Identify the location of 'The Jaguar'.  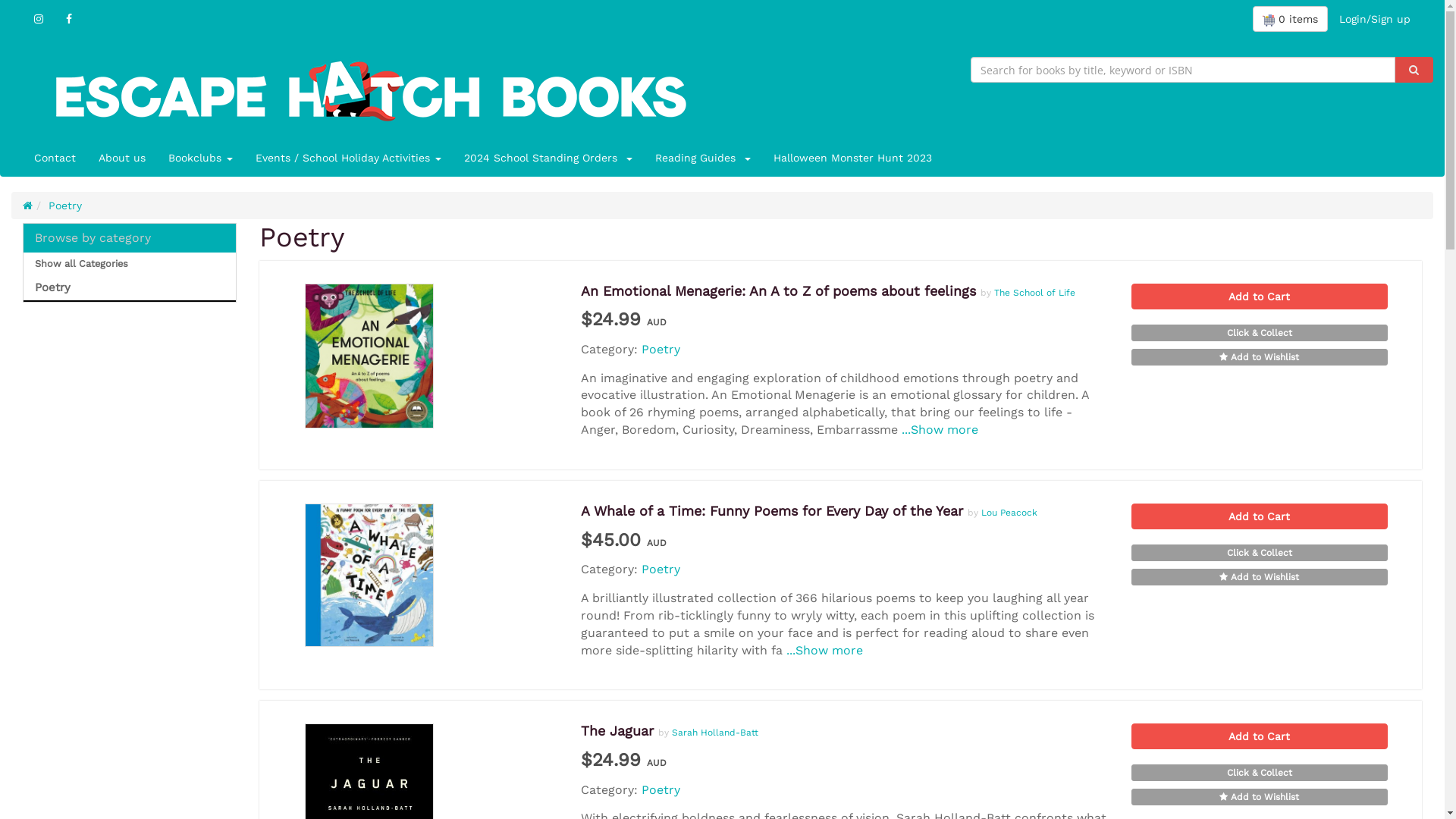
(617, 730).